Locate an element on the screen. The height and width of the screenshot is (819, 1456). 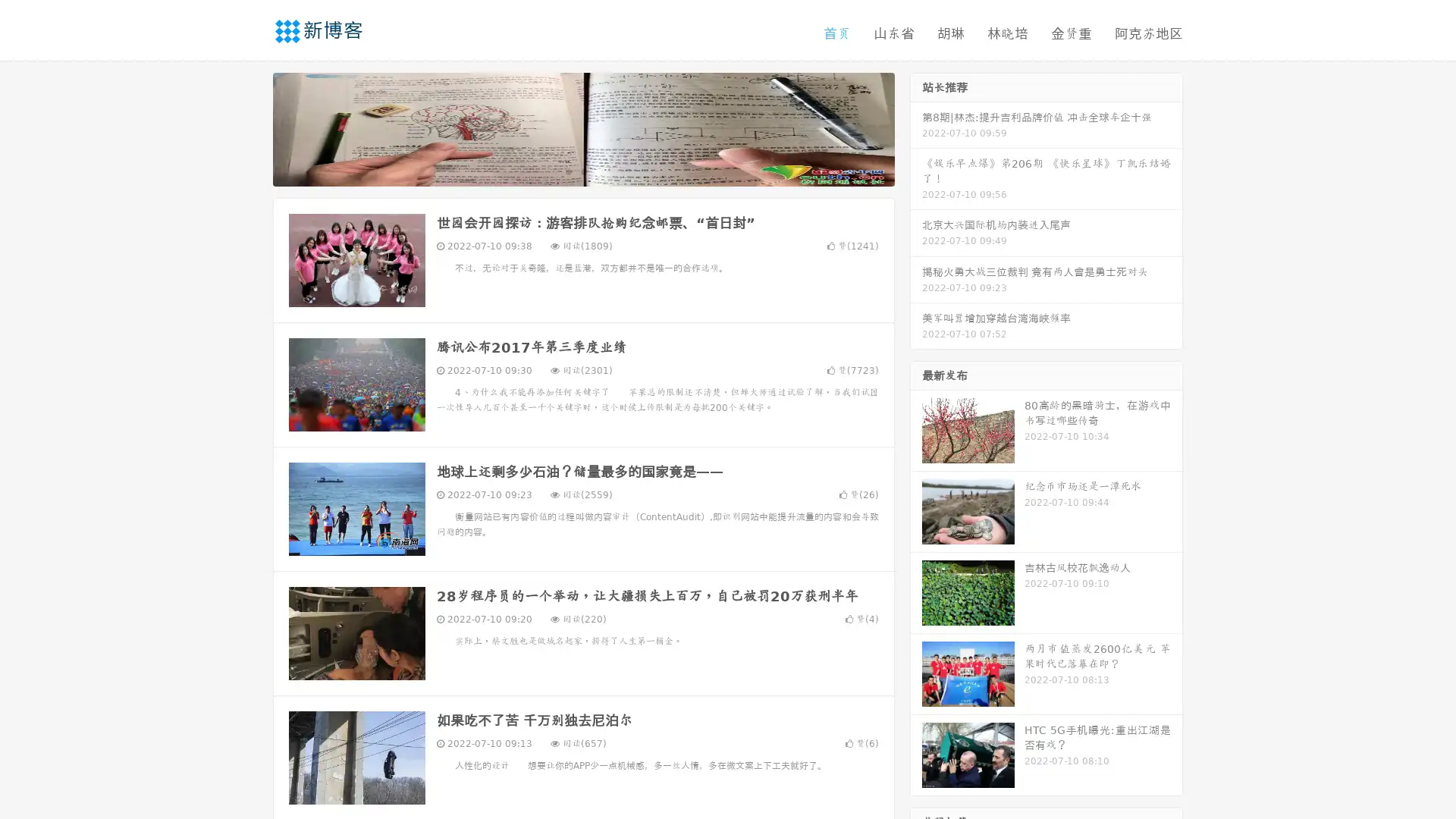
Go to slide 3 is located at coordinates (598, 171).